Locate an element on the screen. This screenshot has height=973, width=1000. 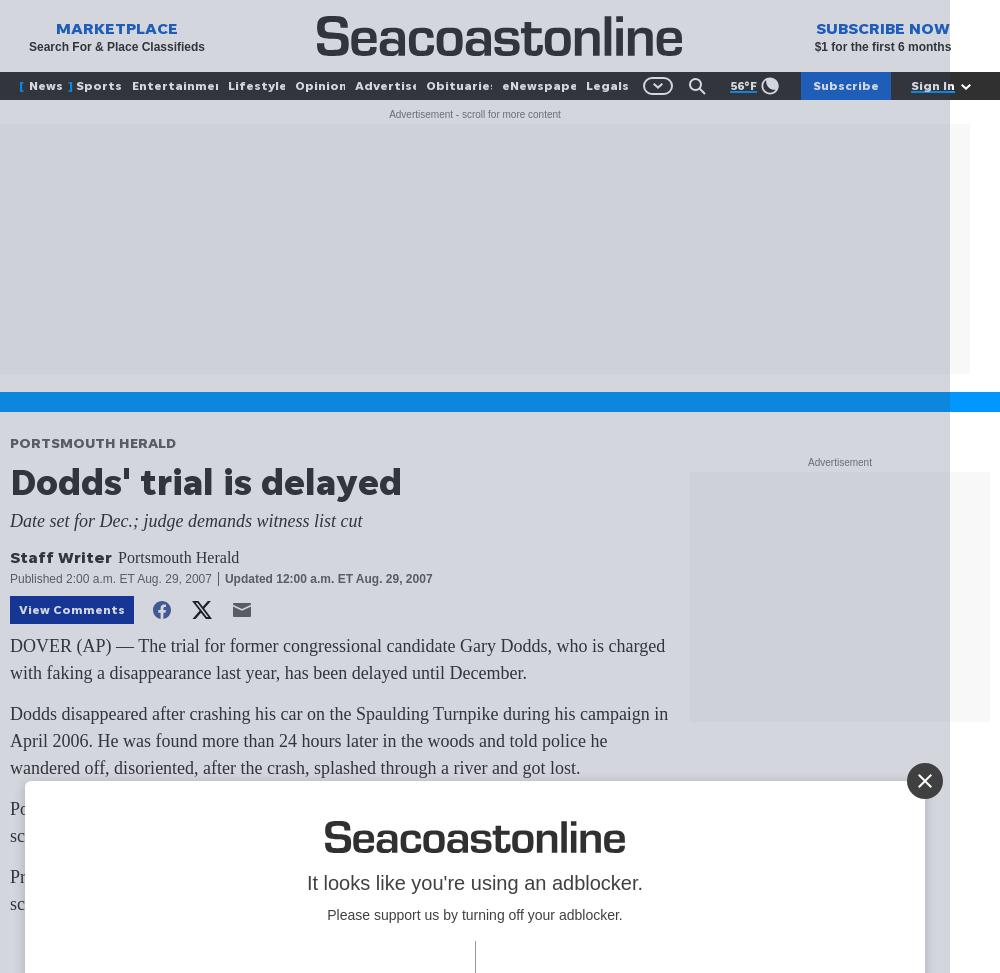
'Dodds' trial is delayed' is located at coordinates (205, 480).